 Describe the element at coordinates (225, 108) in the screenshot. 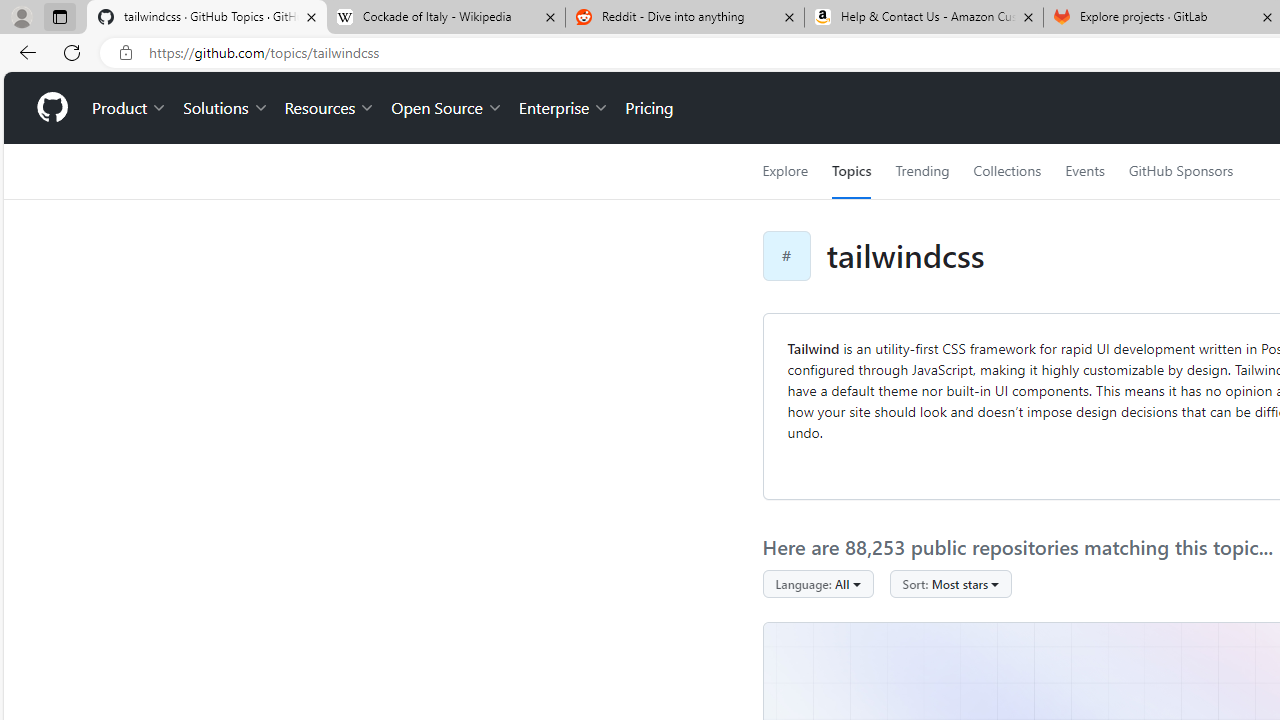

I see `'Solutions'` at that location.